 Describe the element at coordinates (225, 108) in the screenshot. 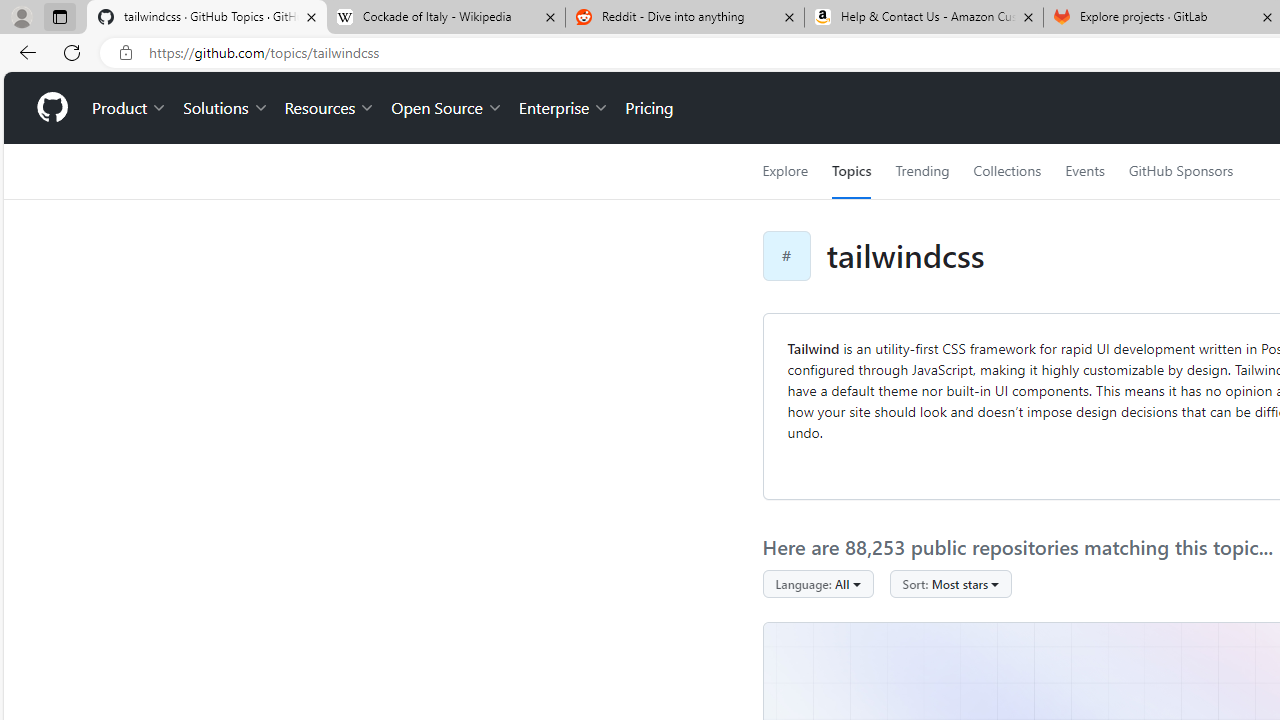

I see `'Solutions'` at that location.